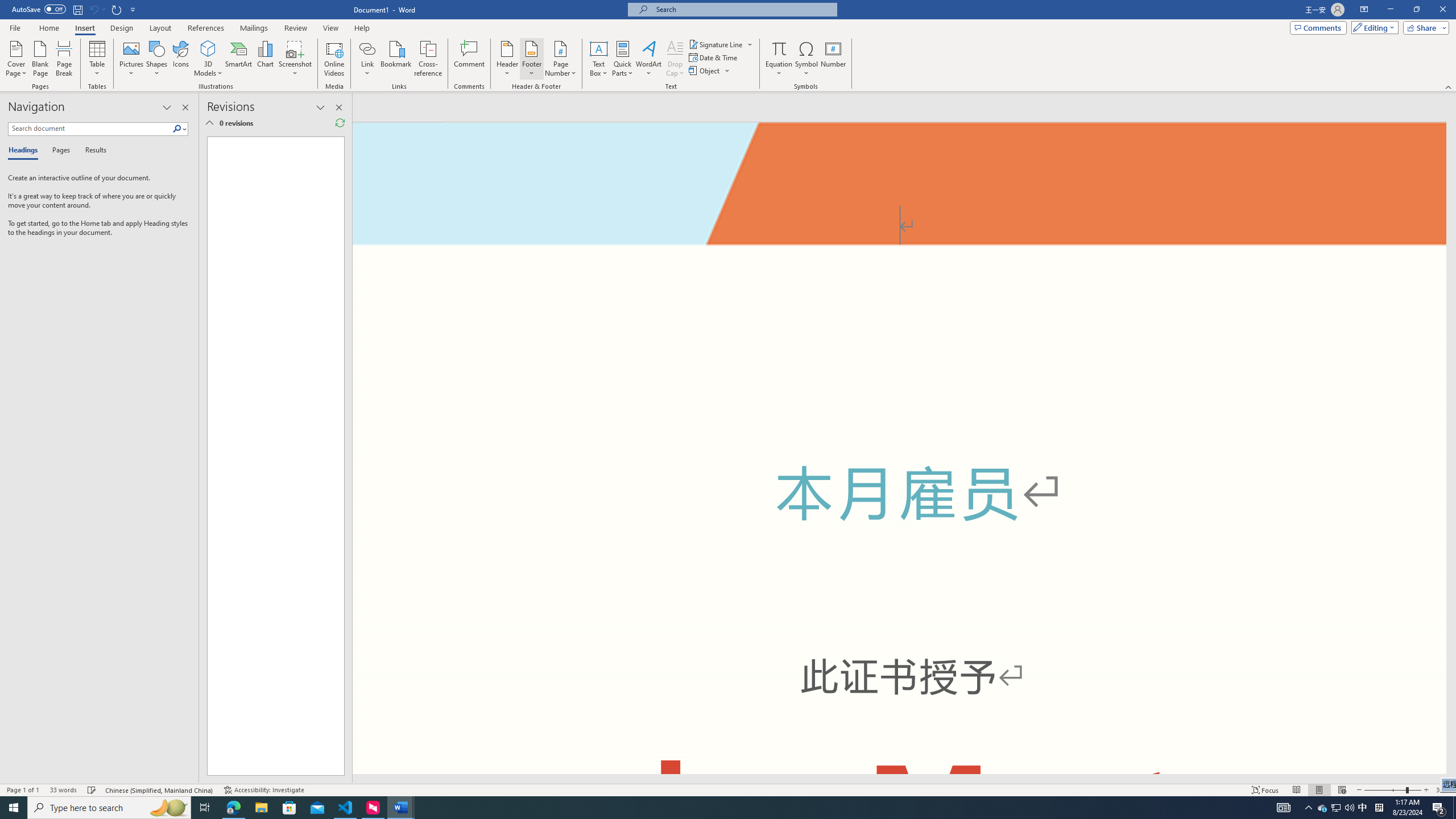 The height and width of the screenshot is (819, 1456). Describe the element at coordinates (209, 122) in the screenshot. I see `'Show Detailed Summary'` at that location.